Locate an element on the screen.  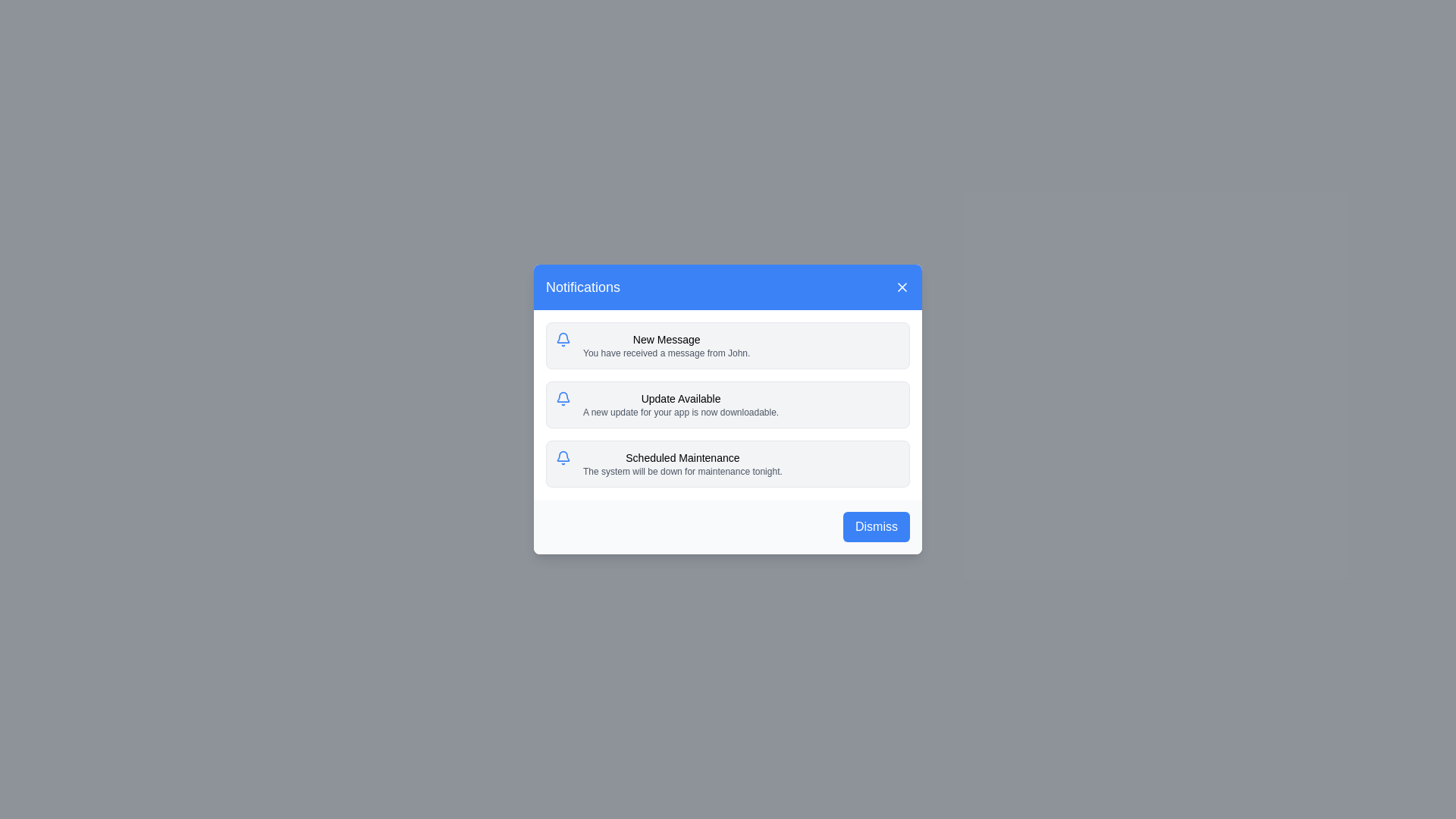
the Close Button located at the top-right corner of the blue header bar of the notification modal is located at coordinates (902, 287).